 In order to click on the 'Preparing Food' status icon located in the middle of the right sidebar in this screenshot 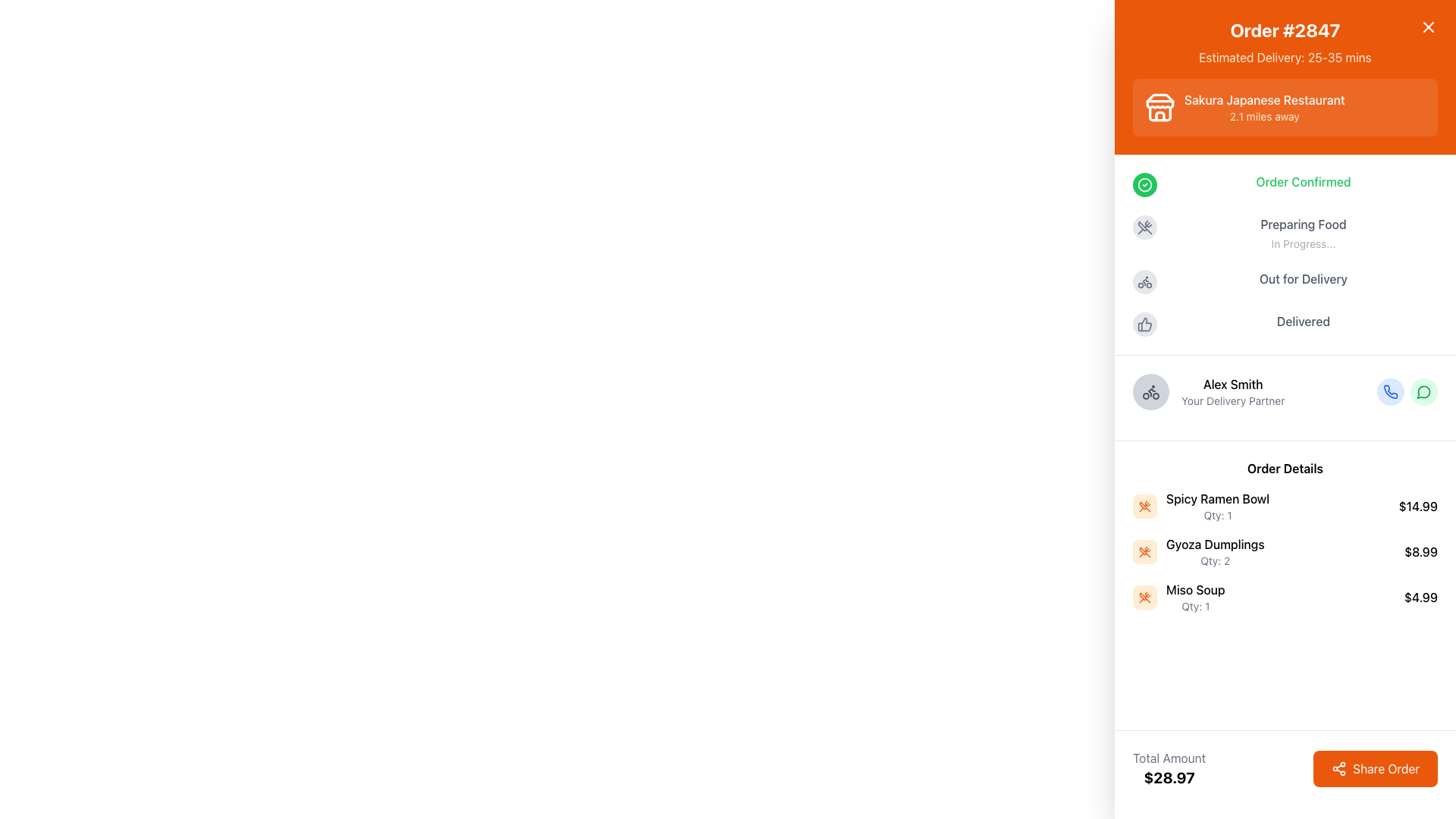, I will do `click(1145, 227)`.